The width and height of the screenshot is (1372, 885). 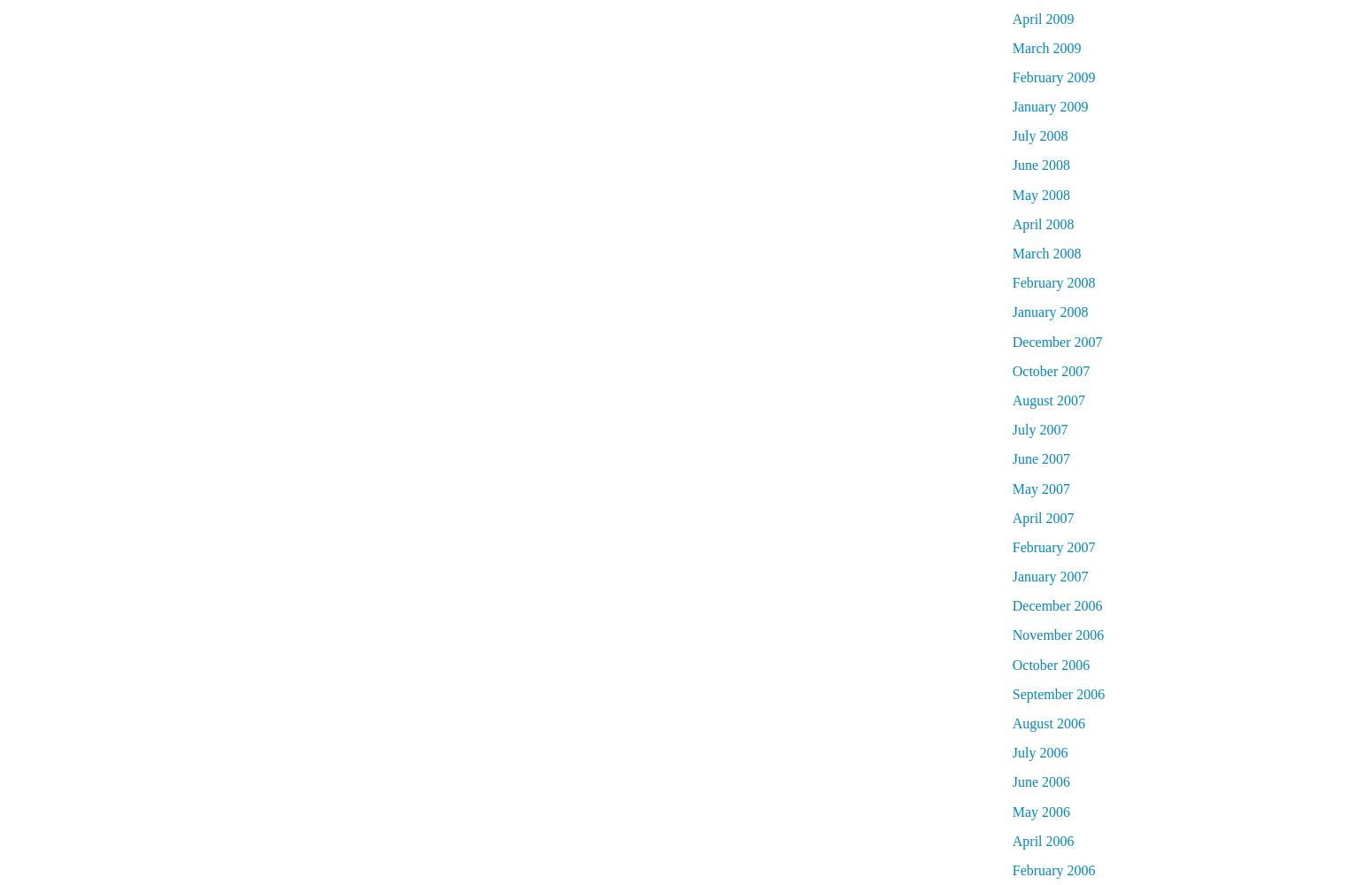 I want to click on 'December 2006', so click(x=1010, y=605).